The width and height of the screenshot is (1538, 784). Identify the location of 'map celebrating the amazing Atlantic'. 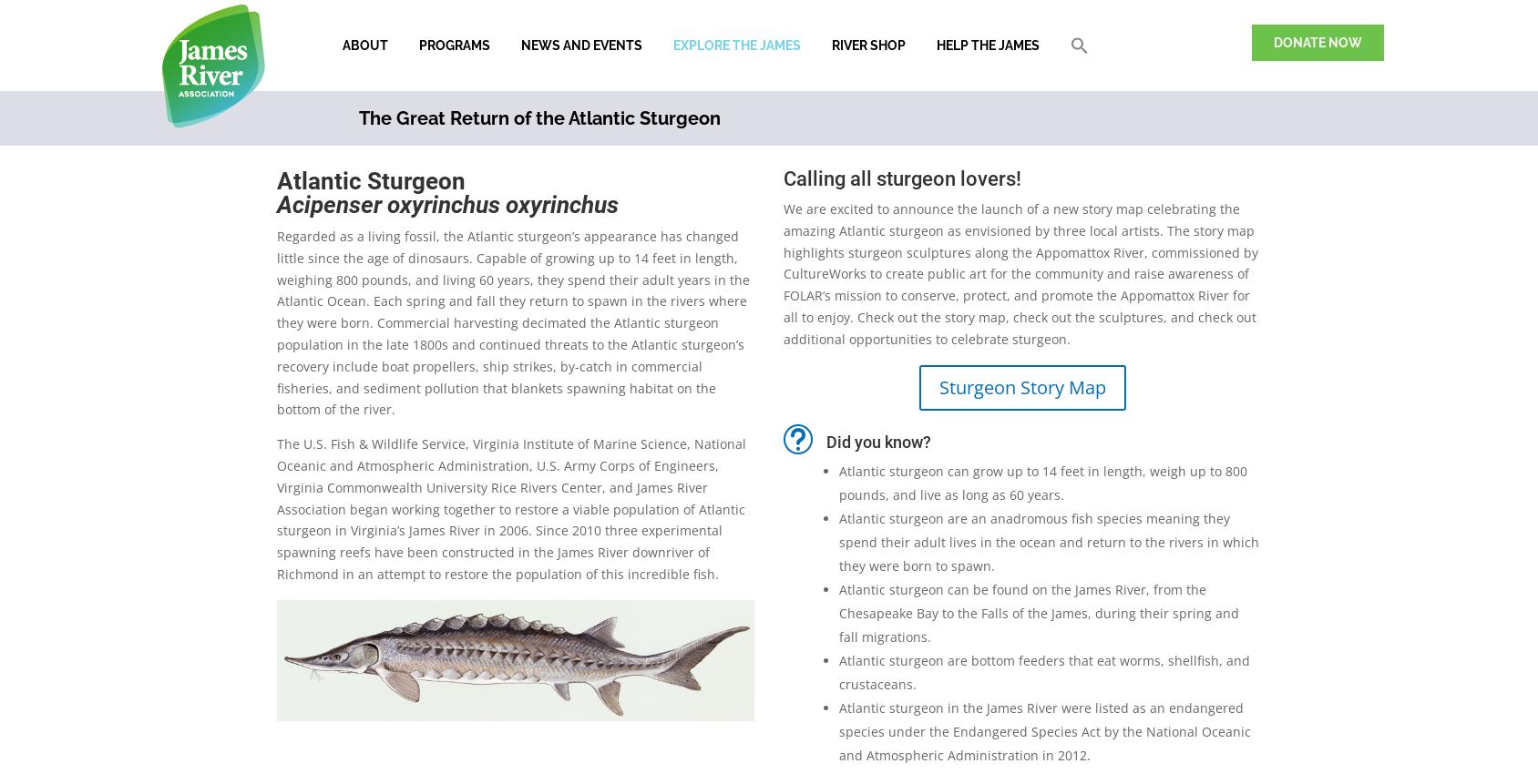
(1010, 218).